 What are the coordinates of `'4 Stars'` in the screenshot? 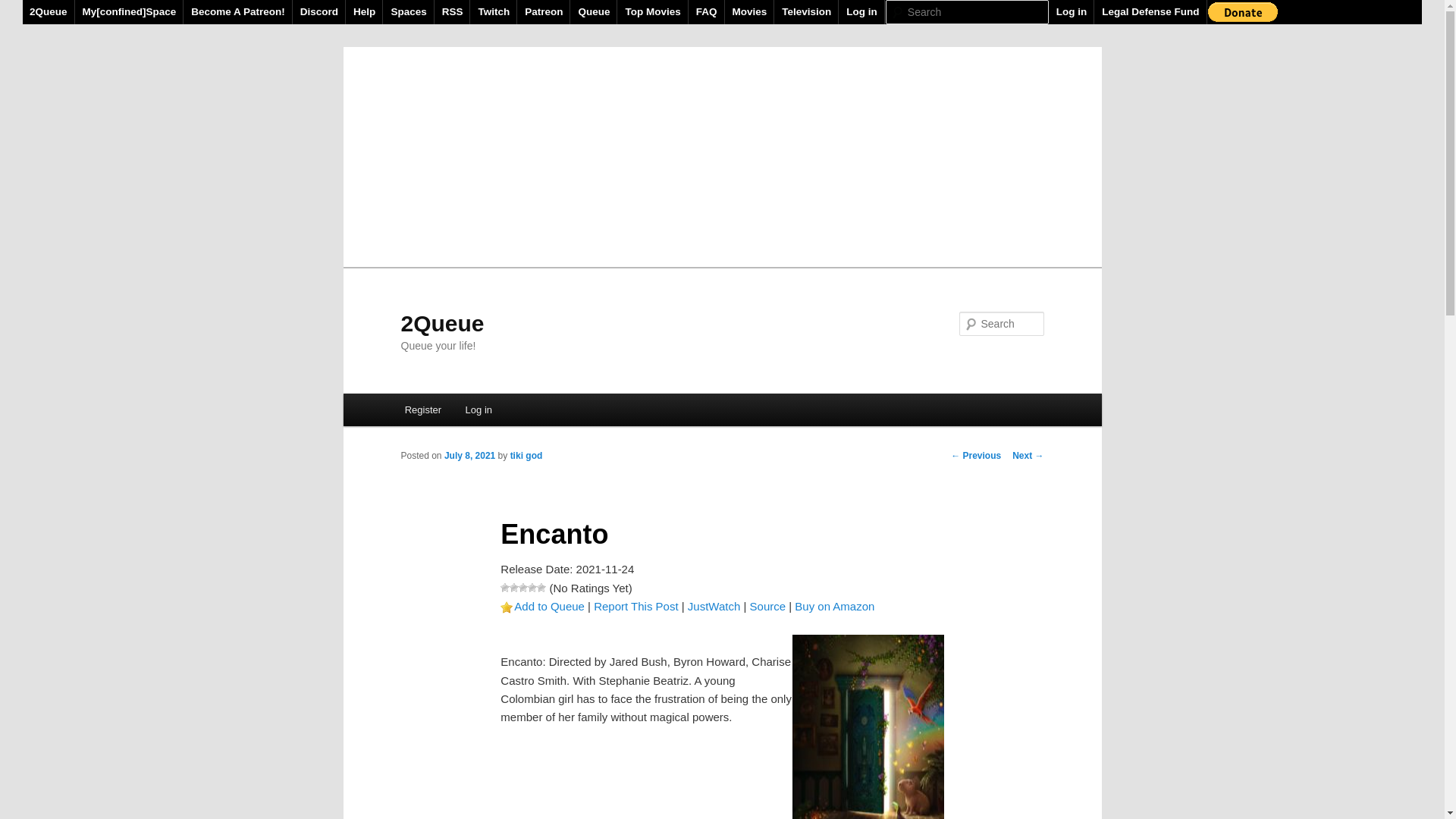 It's located at (532, 587).